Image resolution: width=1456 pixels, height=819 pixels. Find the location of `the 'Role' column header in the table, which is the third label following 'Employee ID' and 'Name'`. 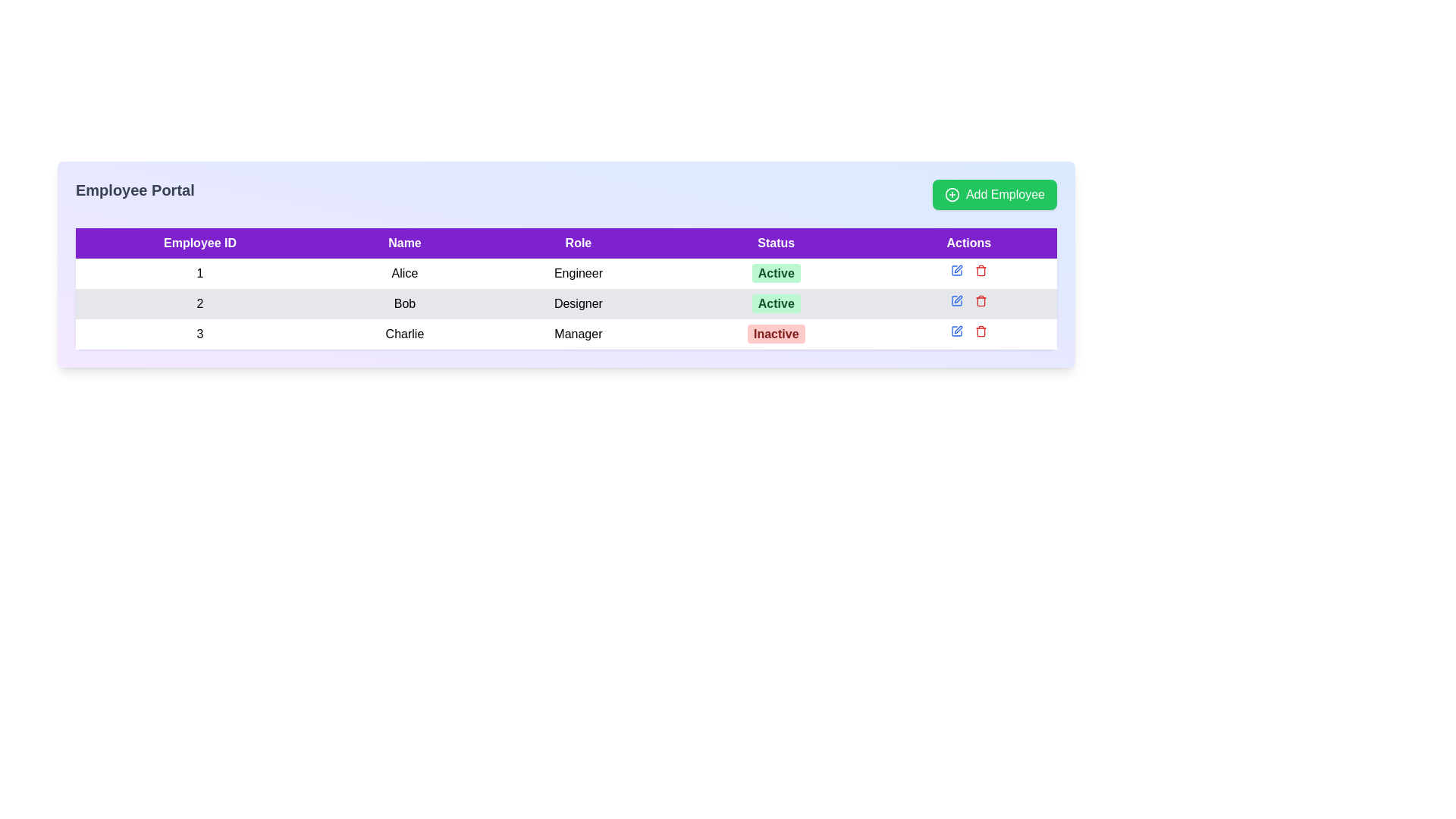

the 'Role' column header in the table, which is the third label following 'Employee ID' and 'Name' is located at coordinates (578, 242).